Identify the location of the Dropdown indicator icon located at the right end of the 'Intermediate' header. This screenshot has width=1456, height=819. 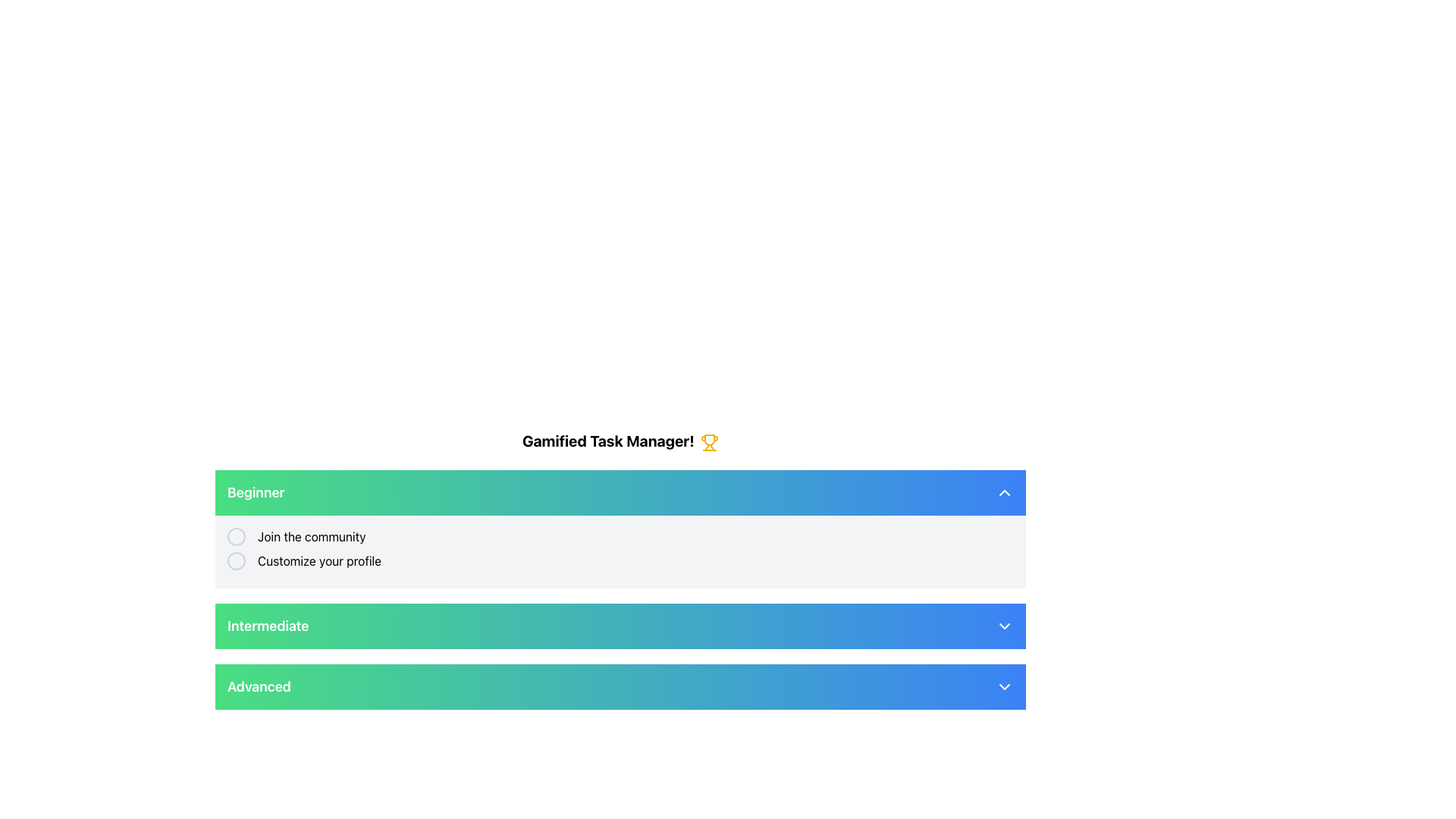
(1004, 626).